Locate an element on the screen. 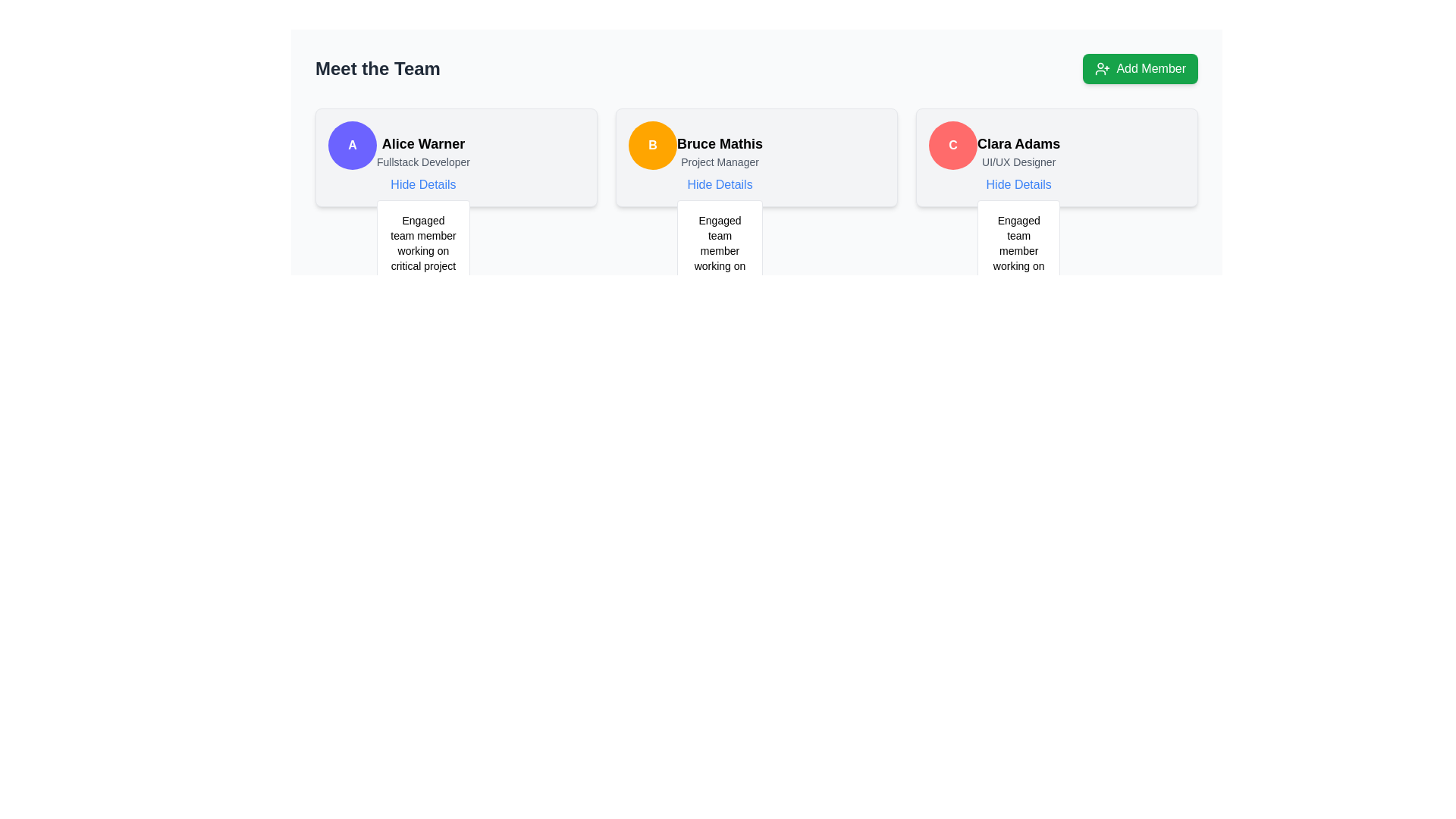 This screenshot has width=1456, height=819. the text label displaying 'Project Manager' located below 'Bruce Mathis' in the profile card is located at coordinates (719, 162).